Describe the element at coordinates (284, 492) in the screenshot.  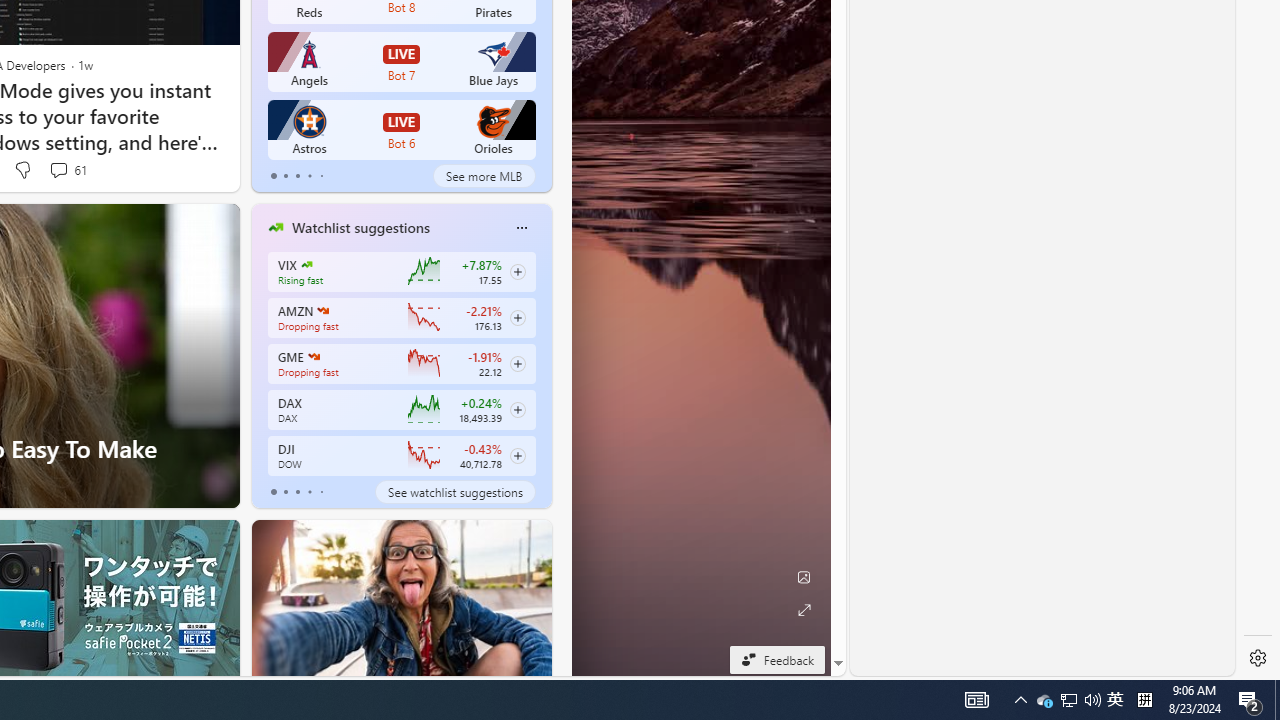
I see `'tab-1'` at that location.